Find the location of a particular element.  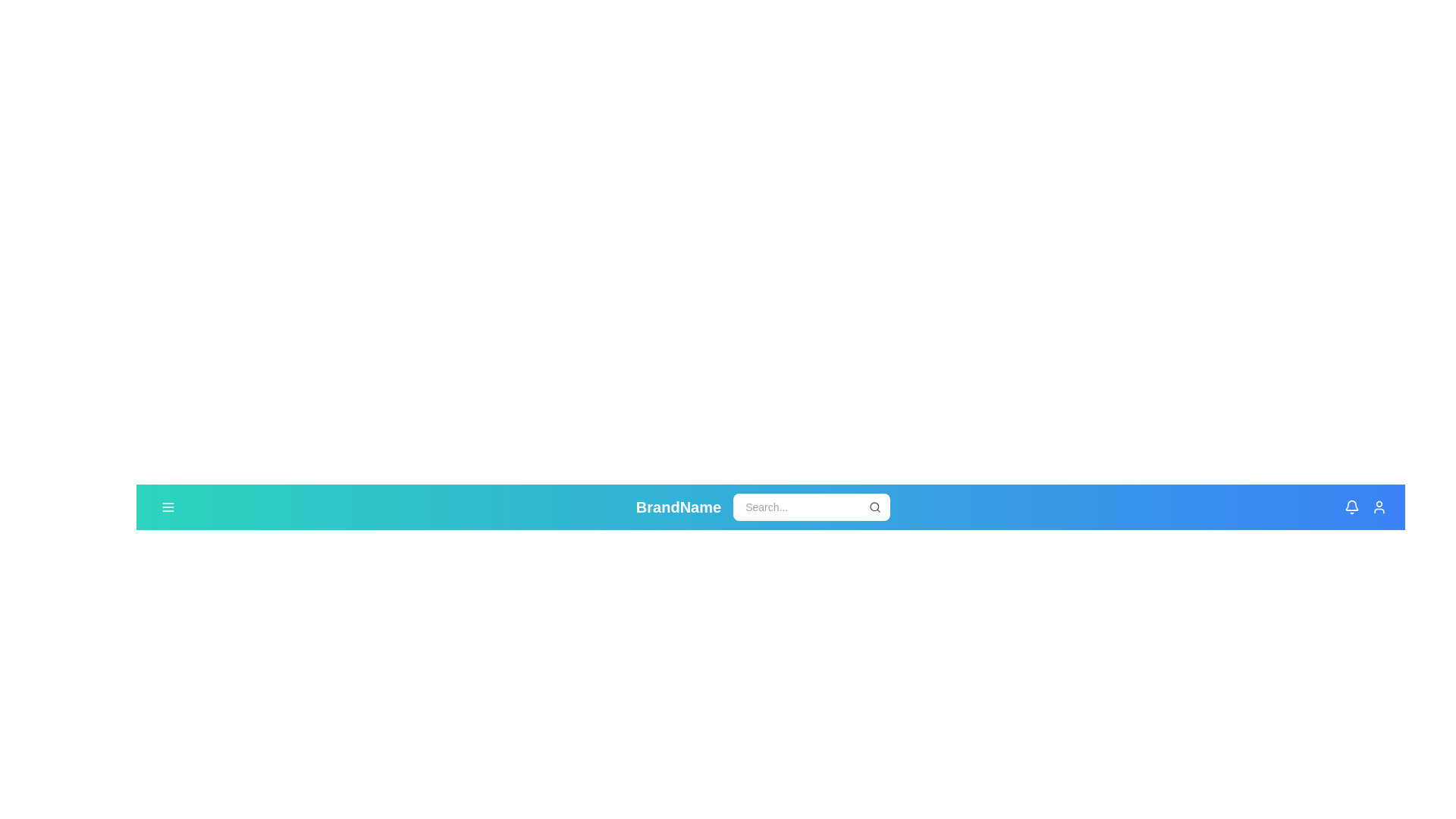

the menu button to open the menu is located at coordinates (168, 507).